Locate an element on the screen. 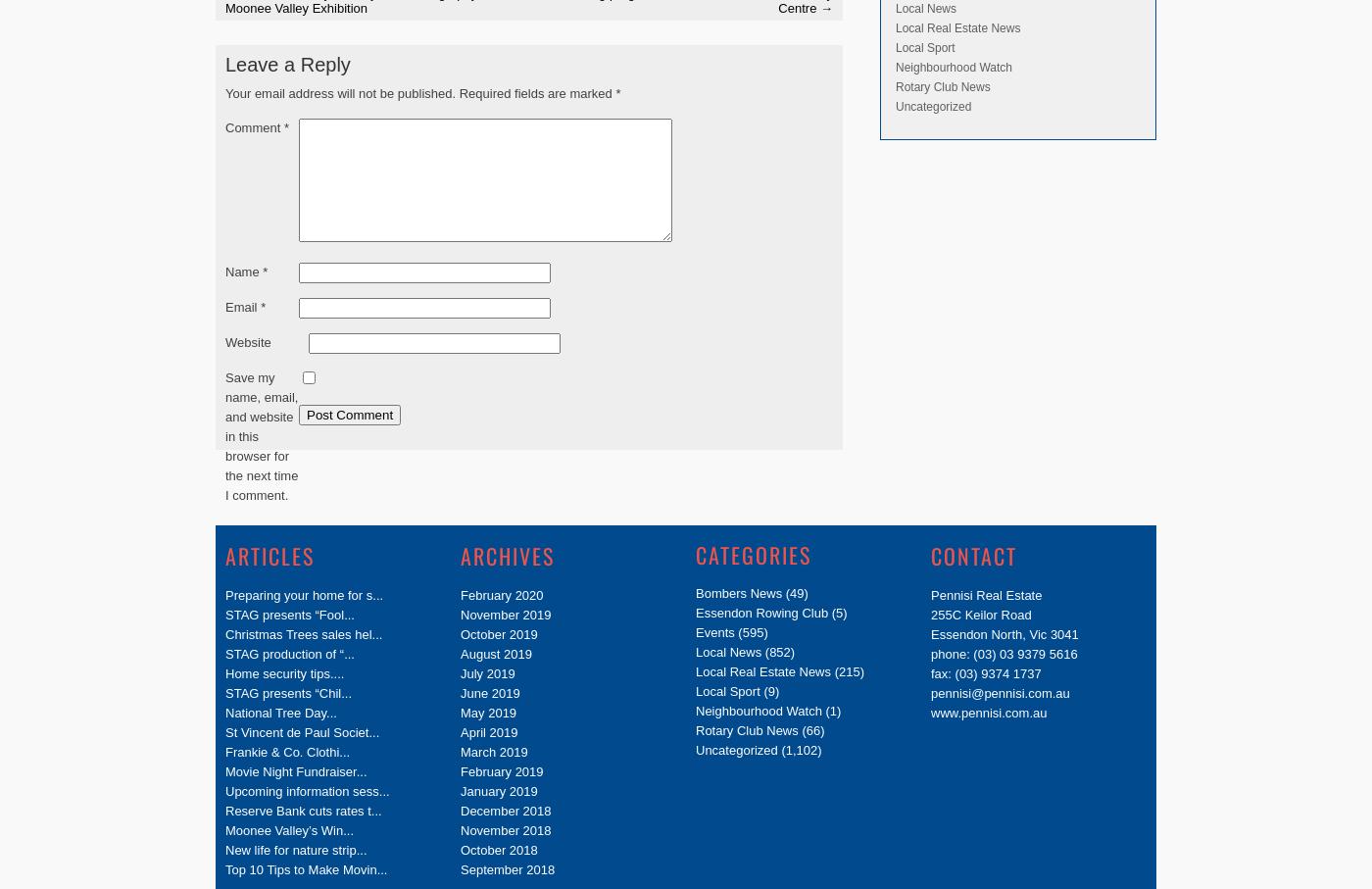 The width and height of the screenshot is (1372, 889). 'Rotary Club News' is located at coordinates (895, 84).